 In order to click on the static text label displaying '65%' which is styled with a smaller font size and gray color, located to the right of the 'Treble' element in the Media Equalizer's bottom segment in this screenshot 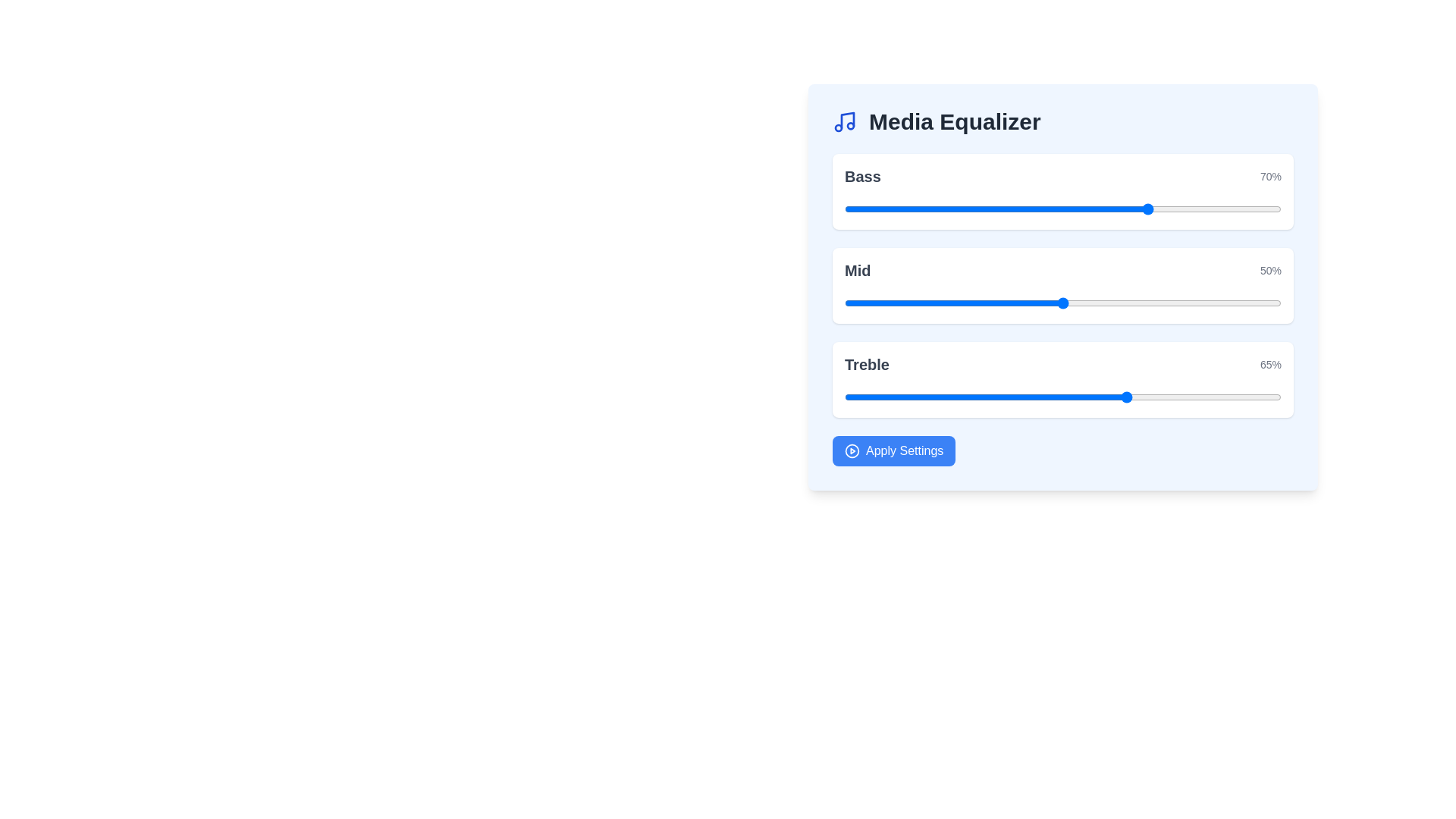, I will do `click(1270, 365)`.